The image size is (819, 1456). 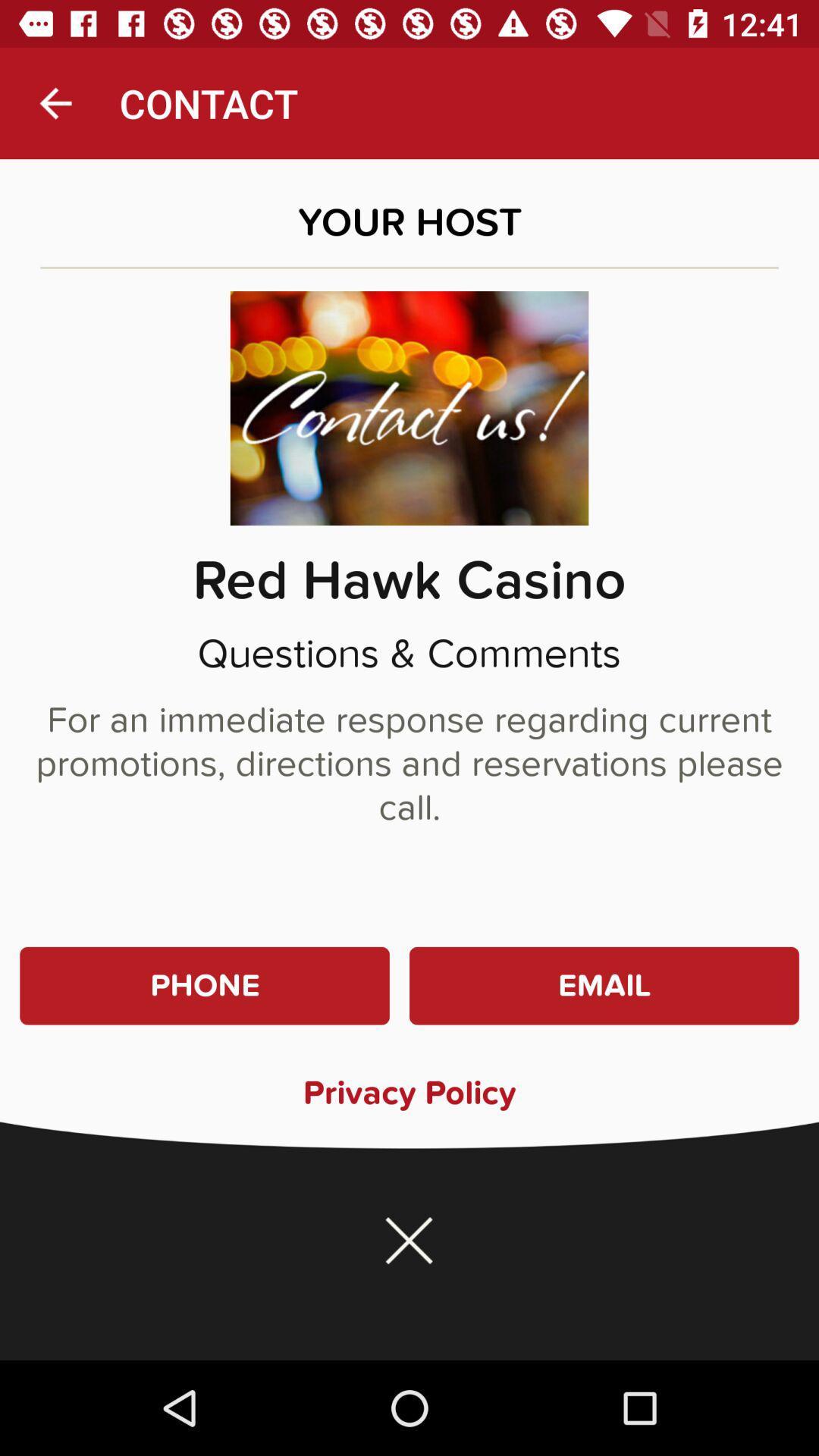 I want to click on item below the for an immediate item, so click(x=205, y=986).